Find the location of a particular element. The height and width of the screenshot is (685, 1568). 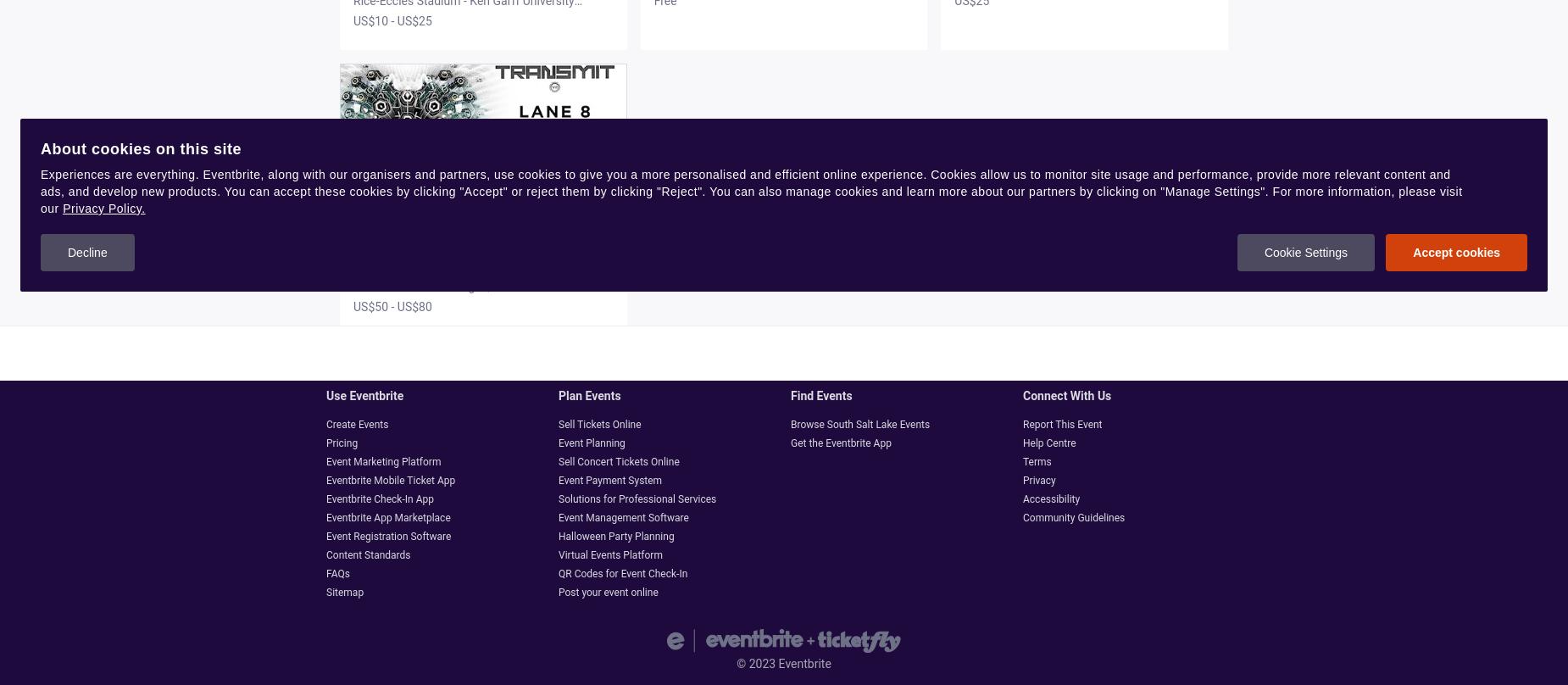

'Experiences are everything. Eventbrite, along with our organisers and partners, use cookies to give you a more personalised and efficient online experience. Cookies allow us to monitor site usage and performance, provide more relevant content and ads, and develop new products. You can accept these cookies by clicking "Accept" or reject them by clicking "Reject". You can also manage cookies and learn more about our partners by clicking on "Manage Settings".  For more information, please visit our' is located at coordinates (751, 191).